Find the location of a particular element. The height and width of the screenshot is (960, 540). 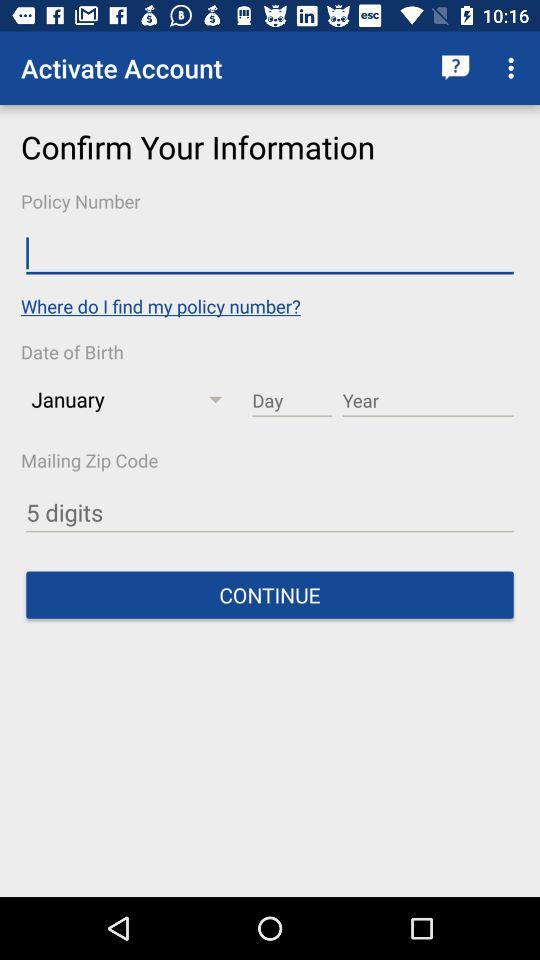

zip code is located at coordinates (270, 512).